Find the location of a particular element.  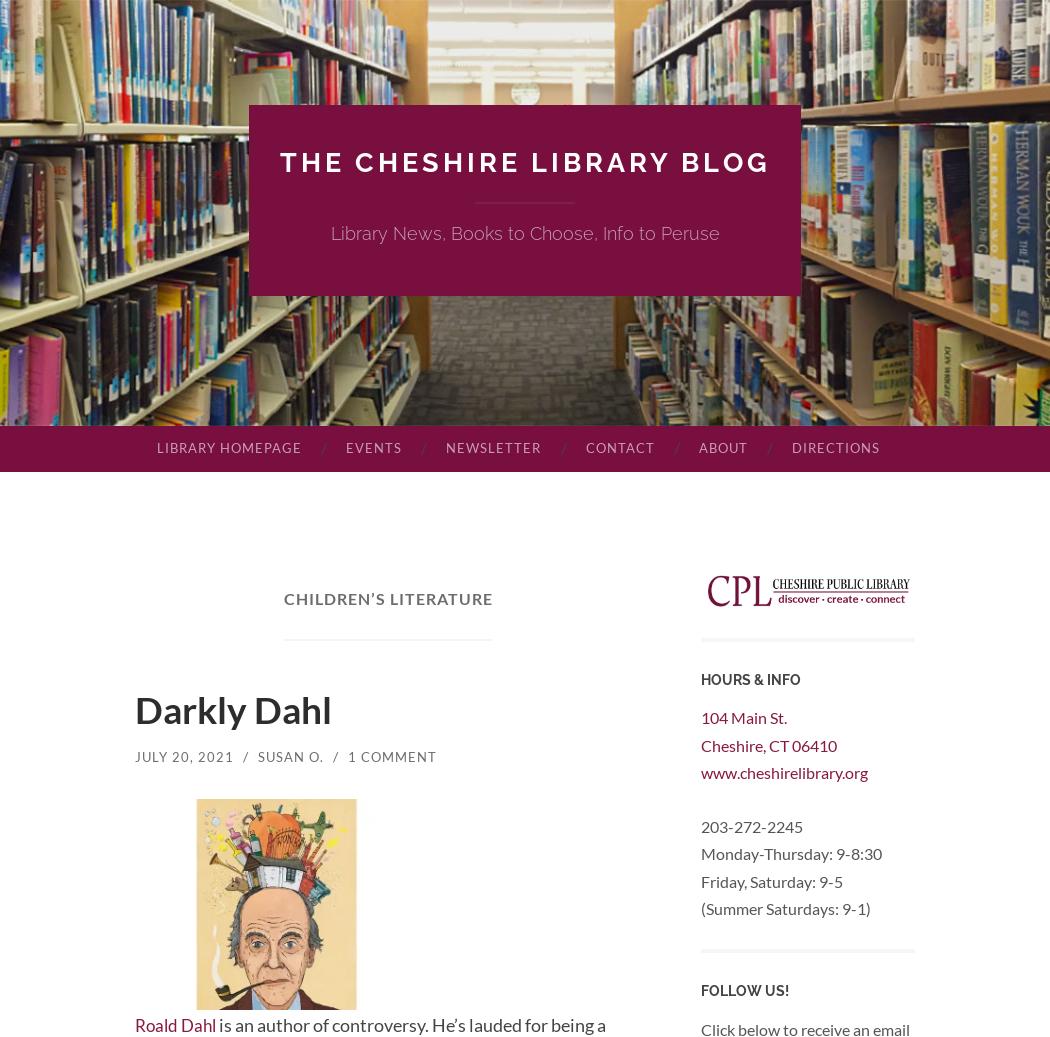

'Roald Dahl' is located at coordinates (178, 1024).